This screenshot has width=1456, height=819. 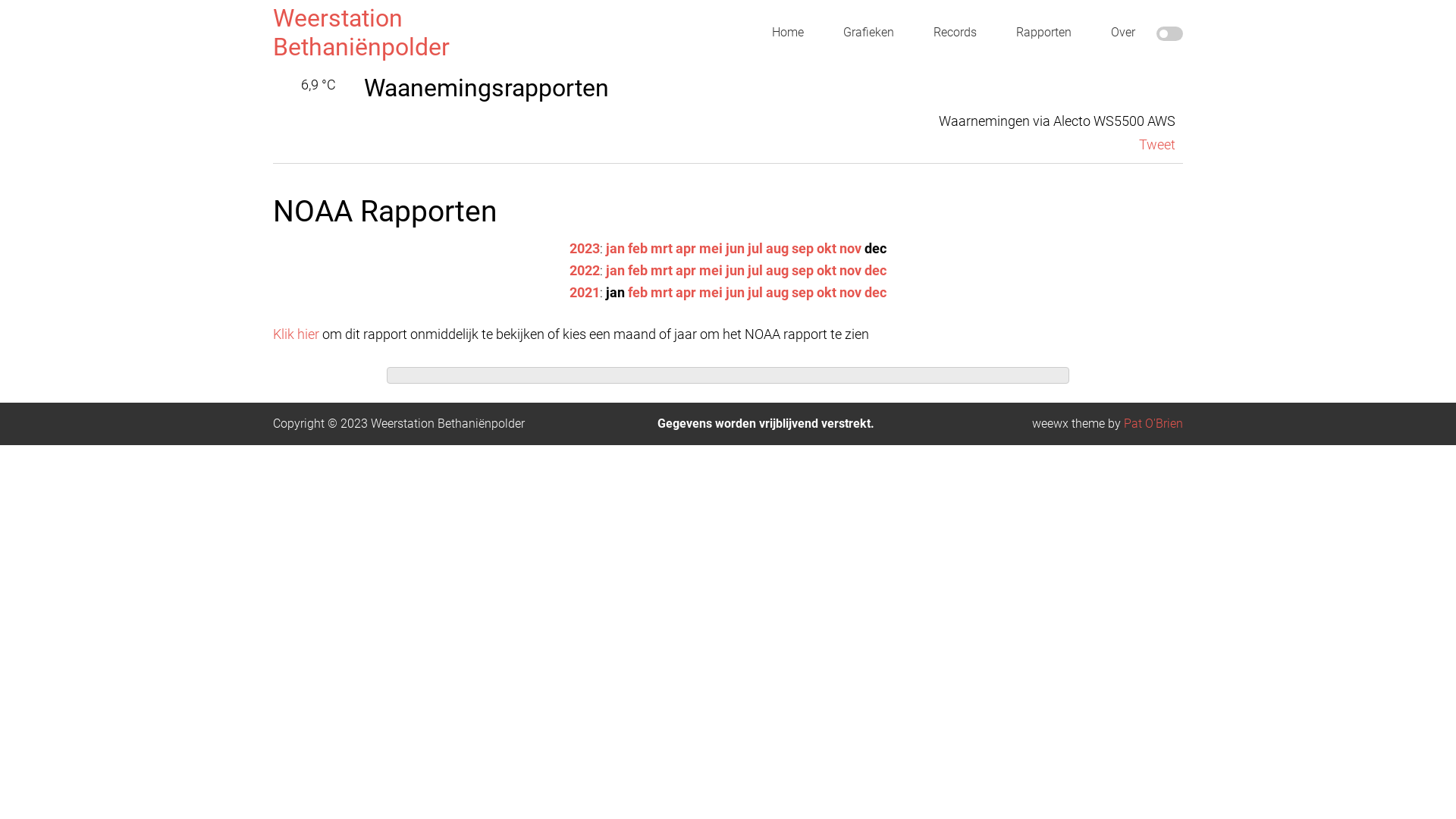 What do you see at coordinates (724, 247) in the screenshot?
I see `'jun'` at bounding box center [724, 247].